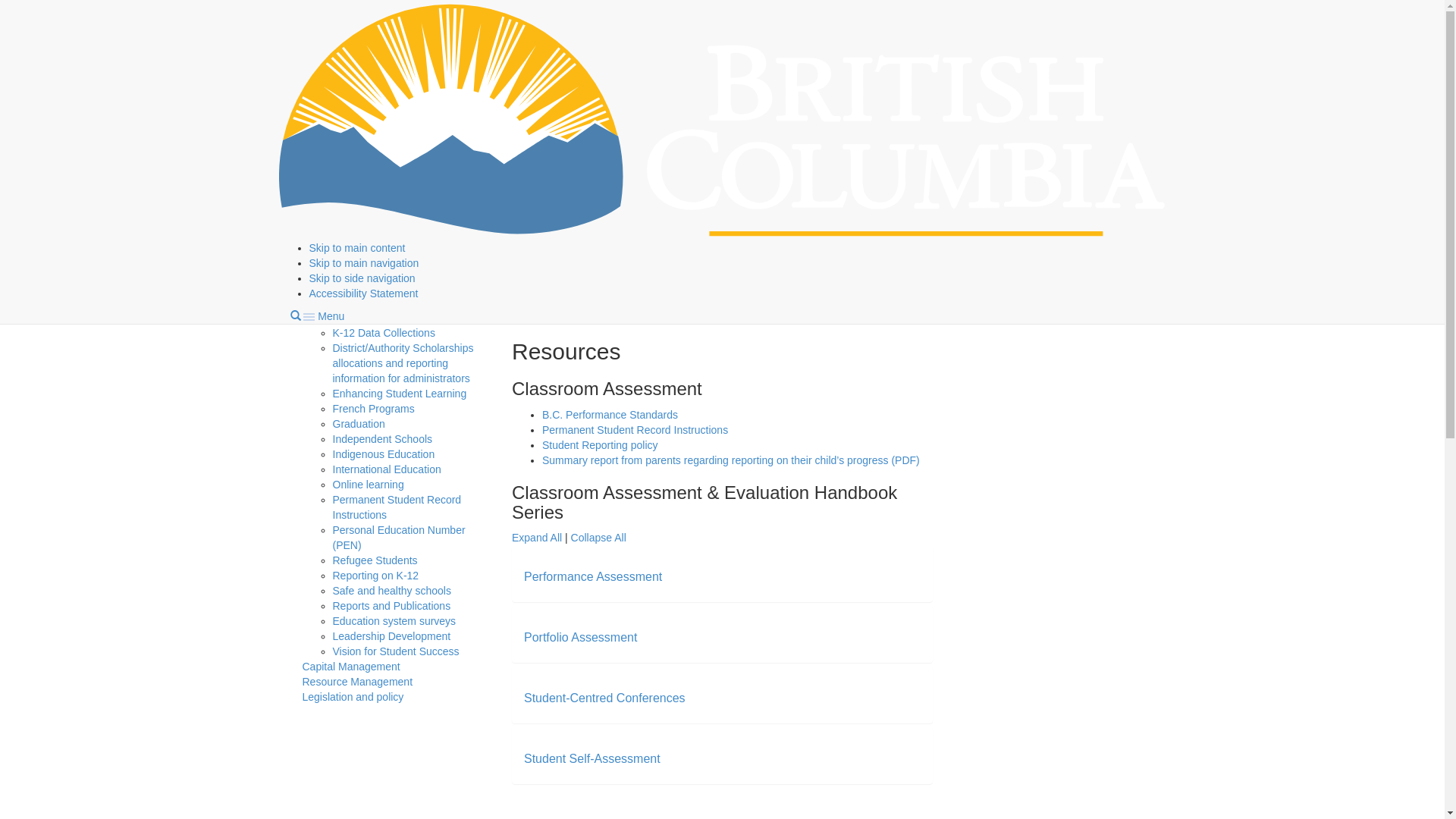 The image size is (1456, 819). Describe the element at coordinates (309, 262) in the screenshot. I see `'Skip to main navigation'` at that location.